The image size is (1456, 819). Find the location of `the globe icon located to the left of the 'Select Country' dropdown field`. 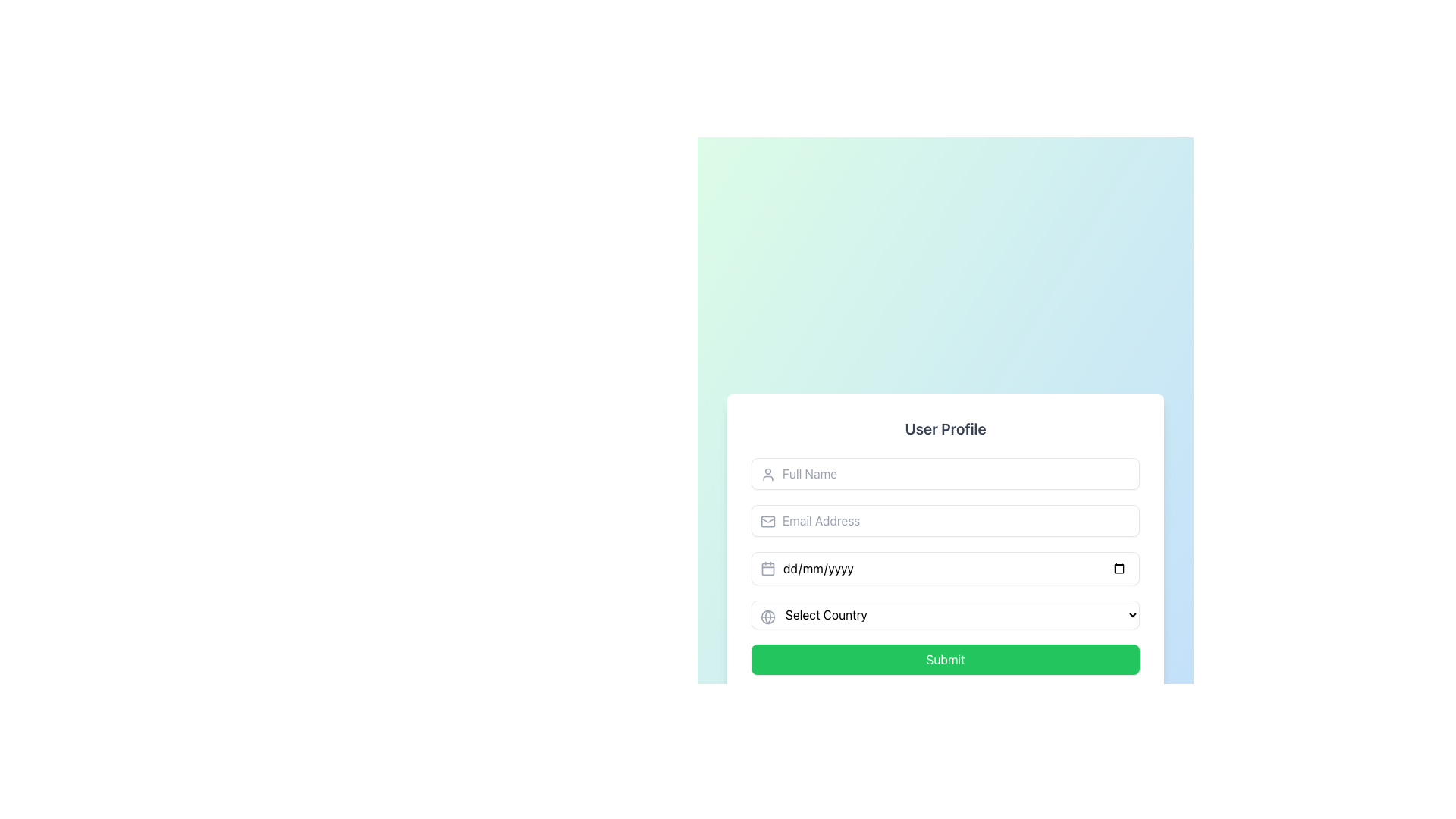

the globe icon located to the left of the 'Select Country' dropdown field is located at coordinates (767, 617).